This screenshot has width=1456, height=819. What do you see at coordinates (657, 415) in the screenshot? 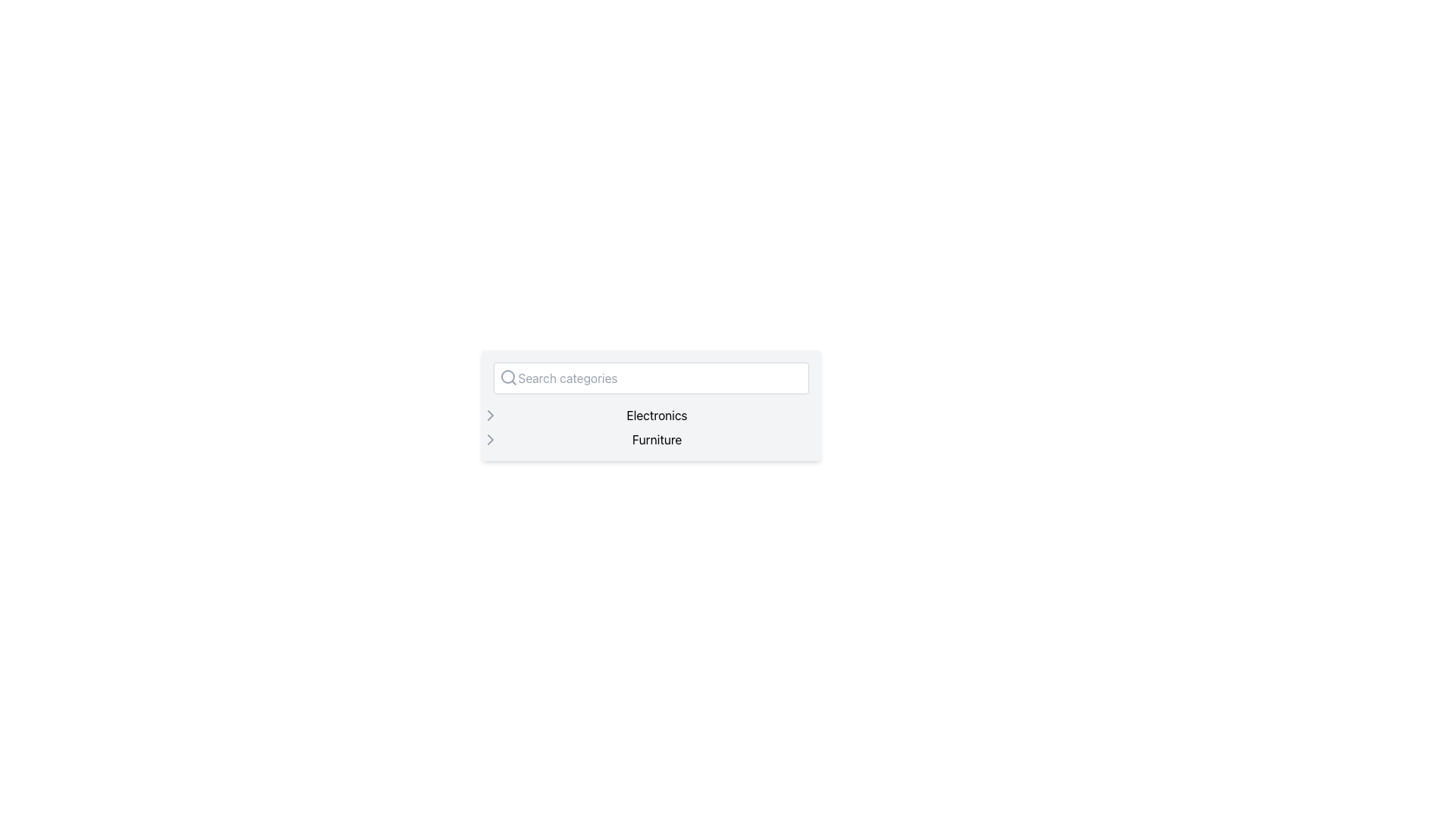
I see `the 'Electronics' text label, which is displayed in black within a light gray menu section, located above the 'Furniture' label` at bounding box center [657, 415].